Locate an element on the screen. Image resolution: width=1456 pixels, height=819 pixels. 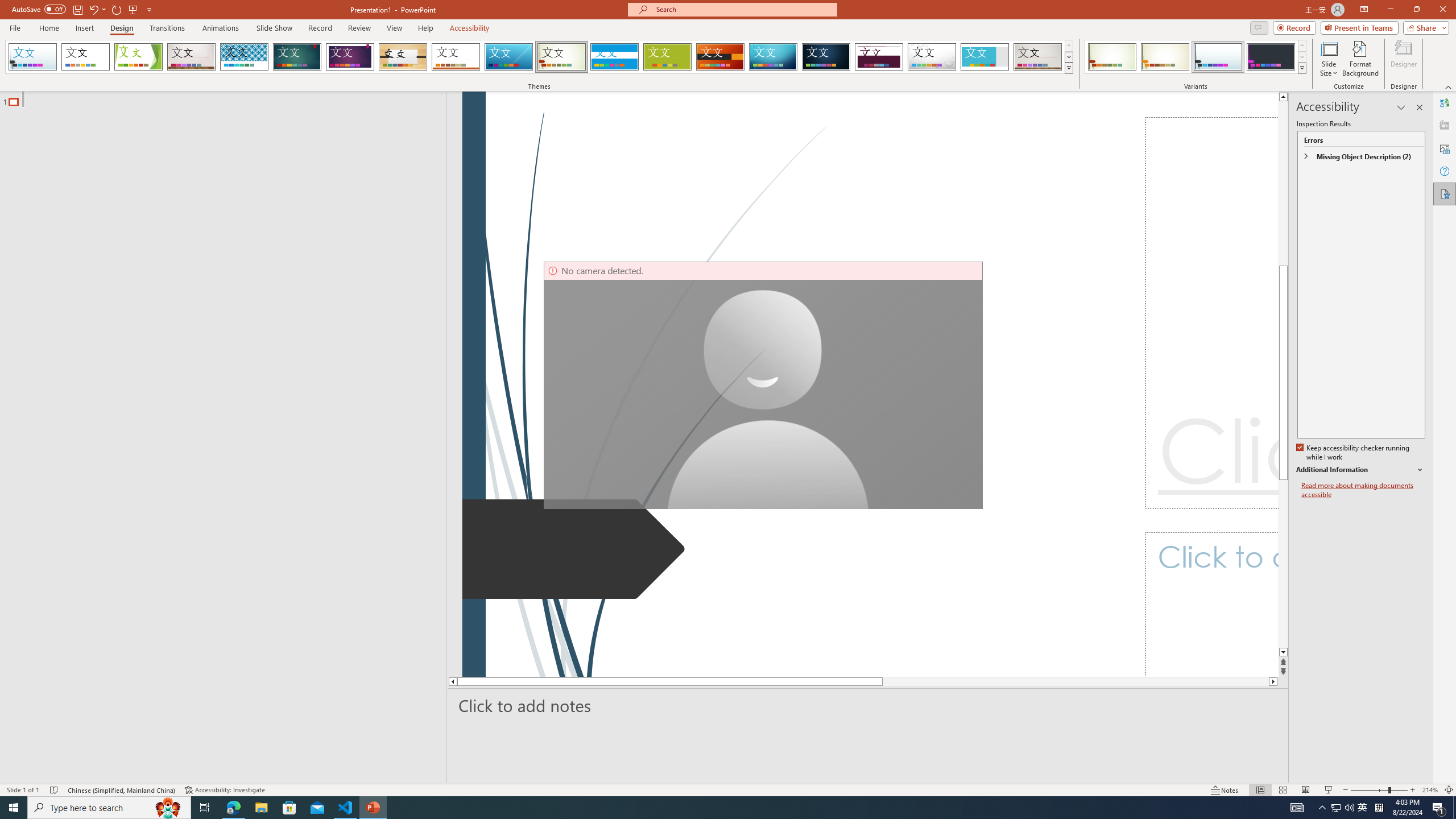
'Additional Information' is located at coordinates (1360, 470).